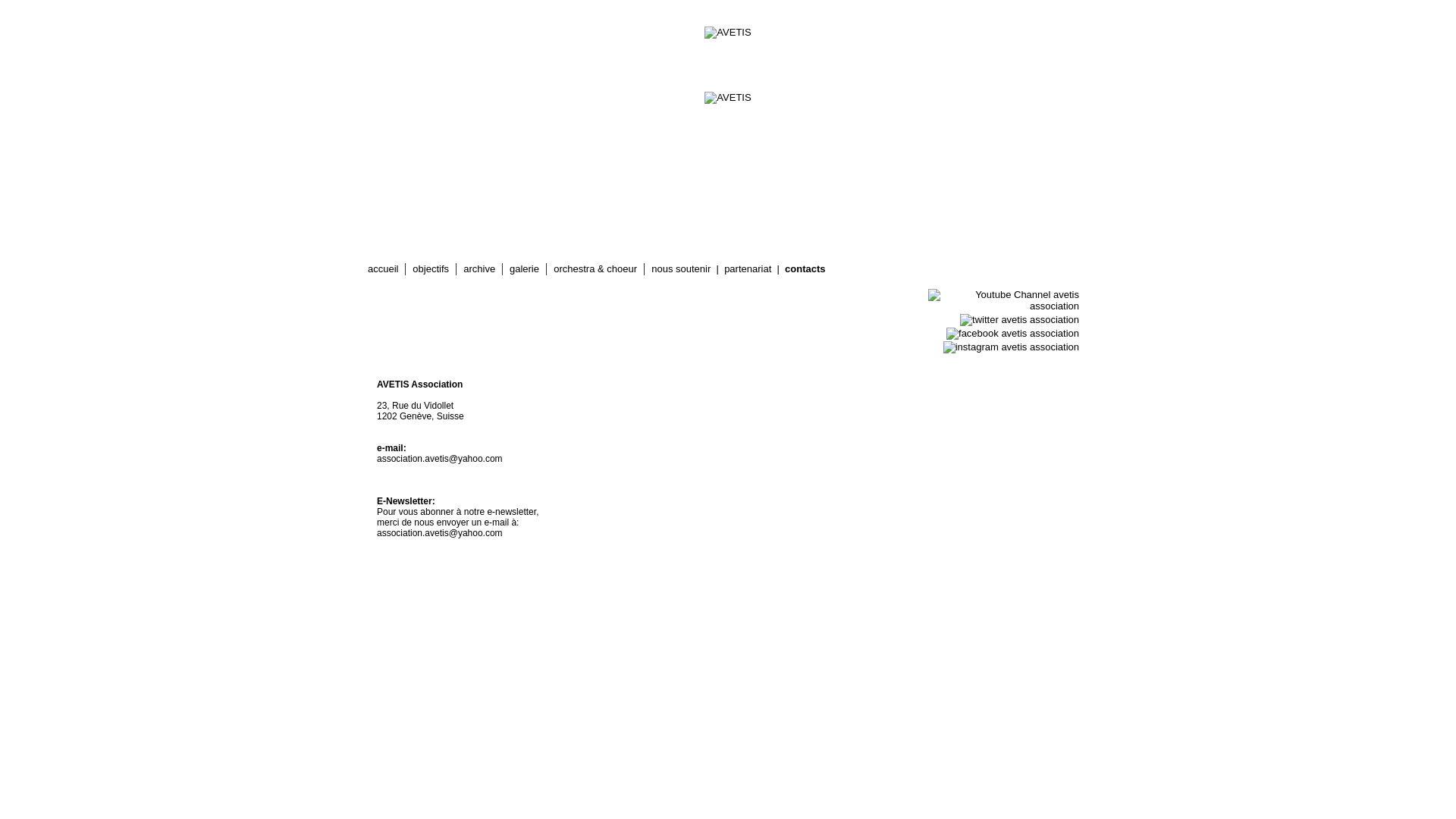 The width and height of the screenshot is (1456, 819). What do you see at coordinates (804, 268) in the screenshot?
I see `'contacts'` at bounding box center [804, 268].